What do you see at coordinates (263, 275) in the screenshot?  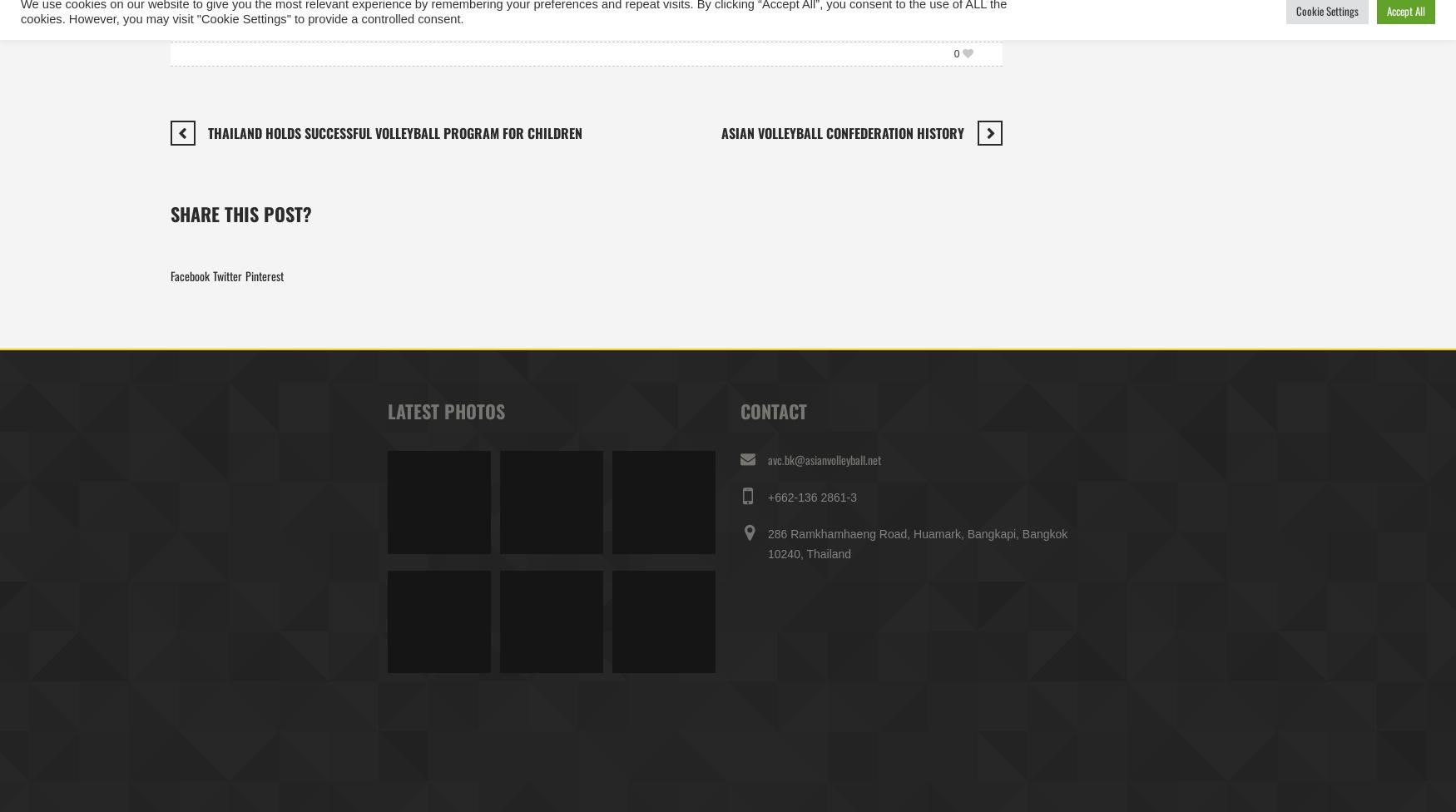 I see `'Pinterest'` at bounding box center [263, 275].